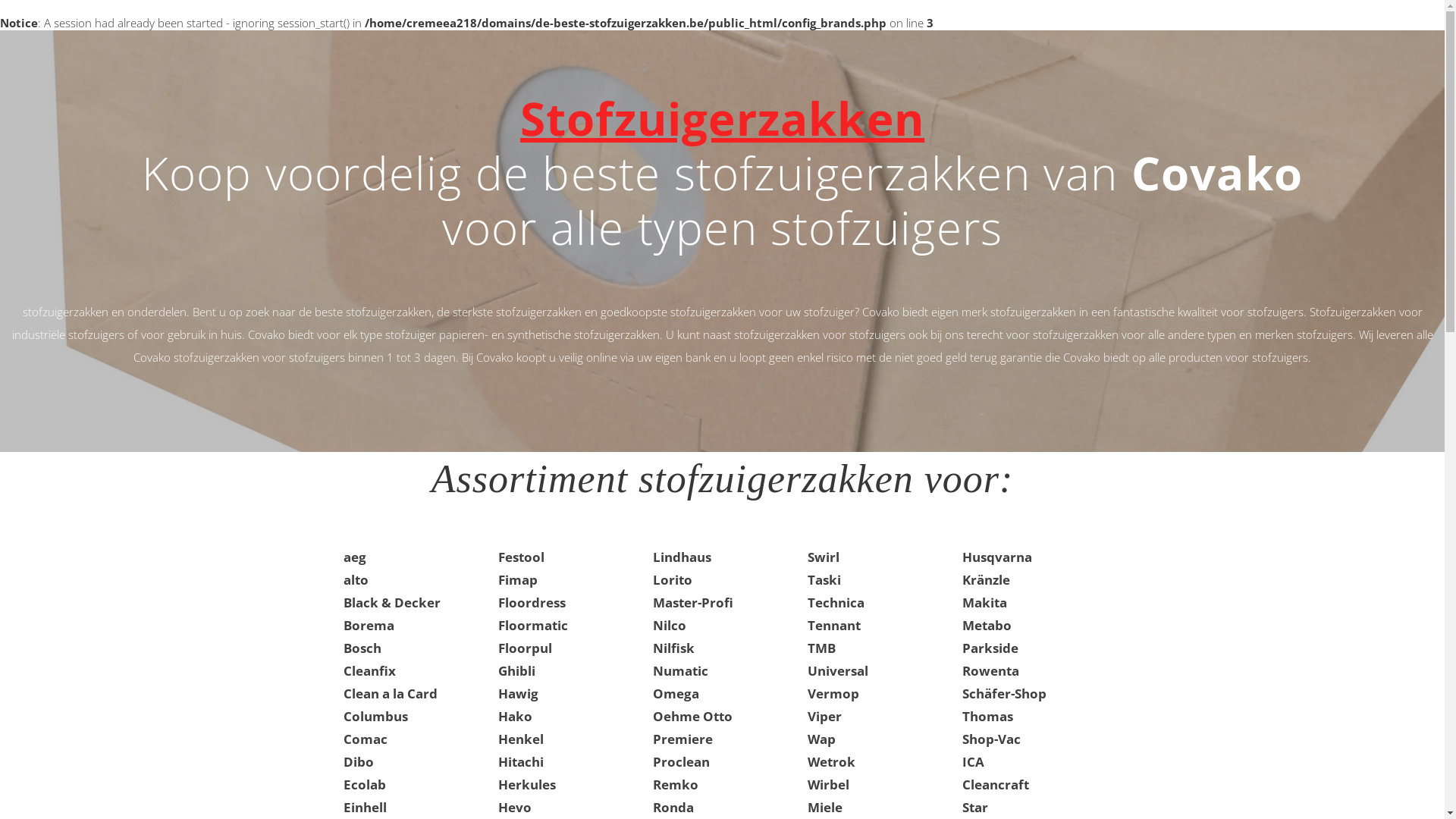 This screenshot has height=819, width=1456. What do you see at coordinates (996, 557) in the screenshot?
I see `'Husqvarna'` at bounding box center [996, 557].